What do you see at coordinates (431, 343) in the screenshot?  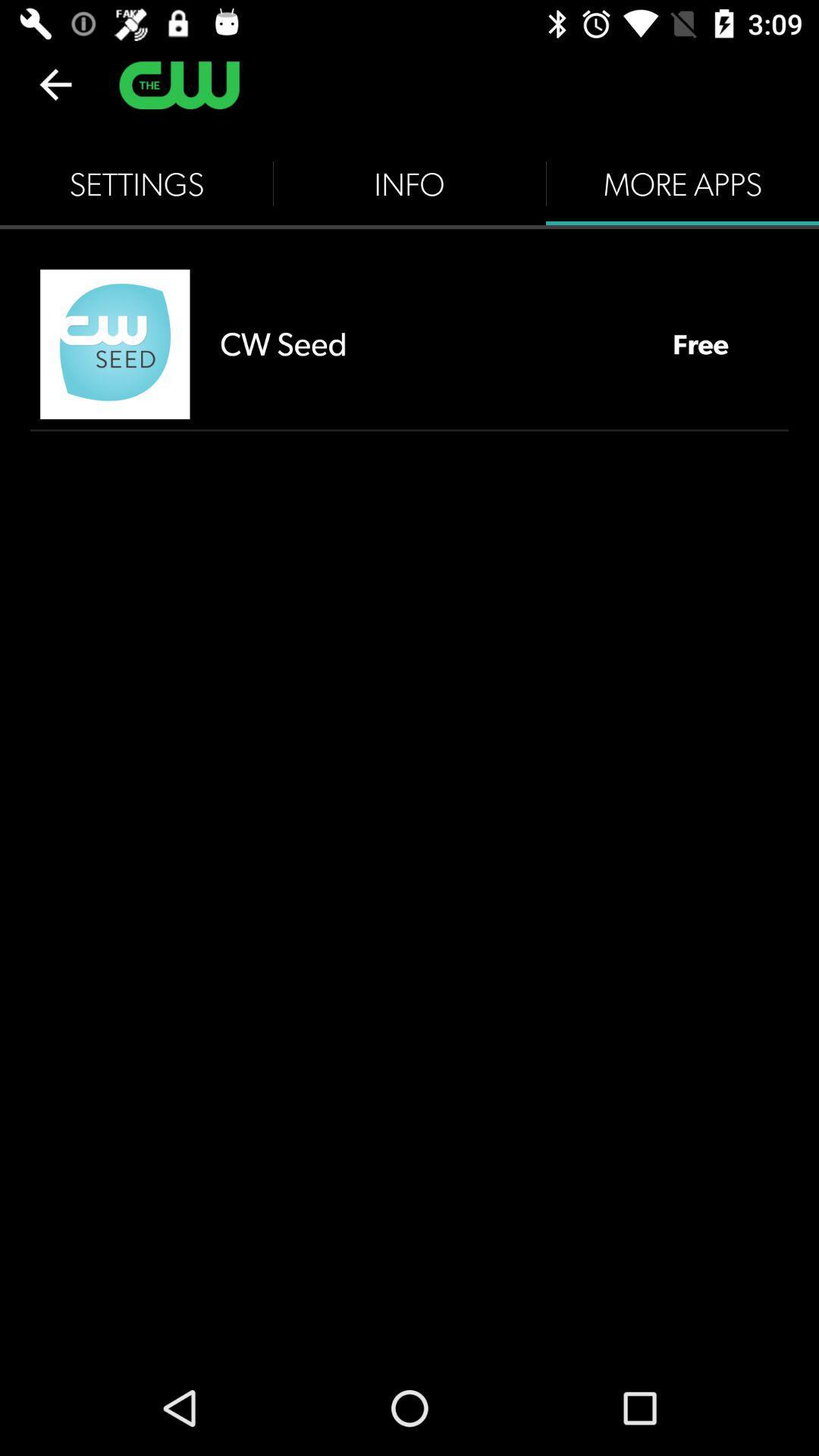 I see `the icon to the left of free` at bounding box center [431, 343].